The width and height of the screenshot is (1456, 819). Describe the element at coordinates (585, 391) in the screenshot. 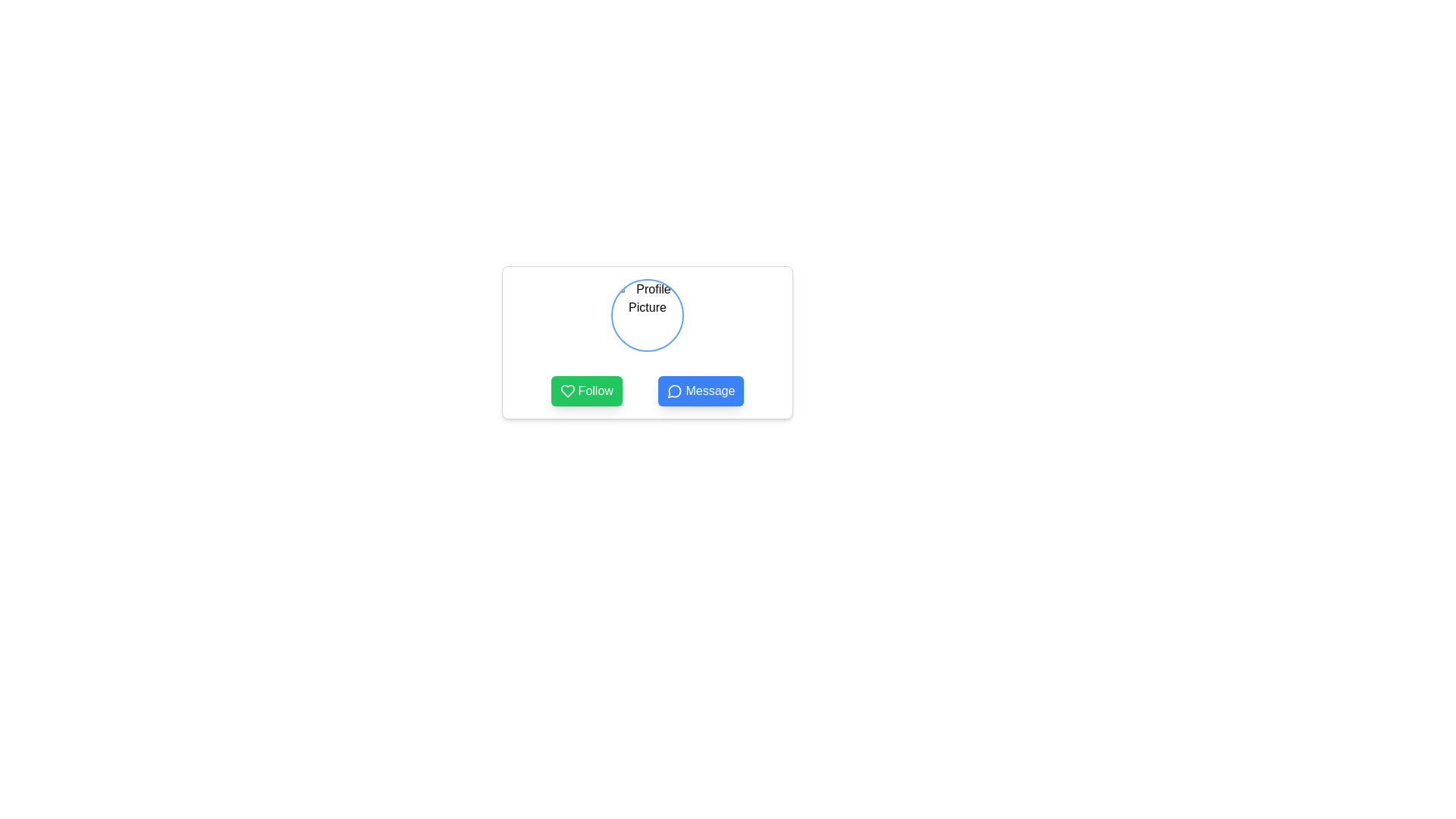

I see `the green 'Follow' button with a white heart icon using keyboard navigation` at that location.